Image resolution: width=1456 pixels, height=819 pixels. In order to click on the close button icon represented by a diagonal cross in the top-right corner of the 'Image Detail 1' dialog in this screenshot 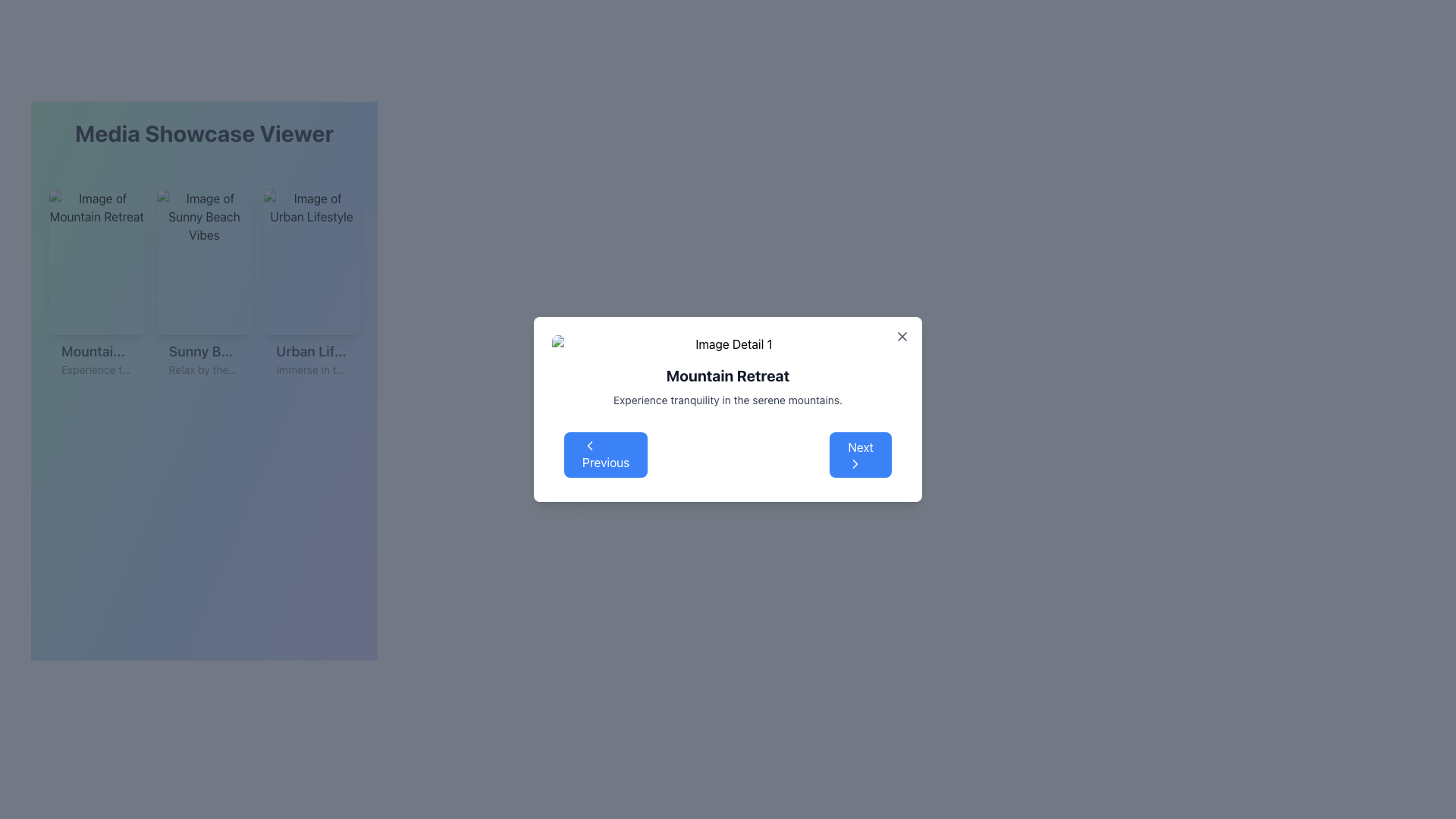, I will do `click(902, 335)`.